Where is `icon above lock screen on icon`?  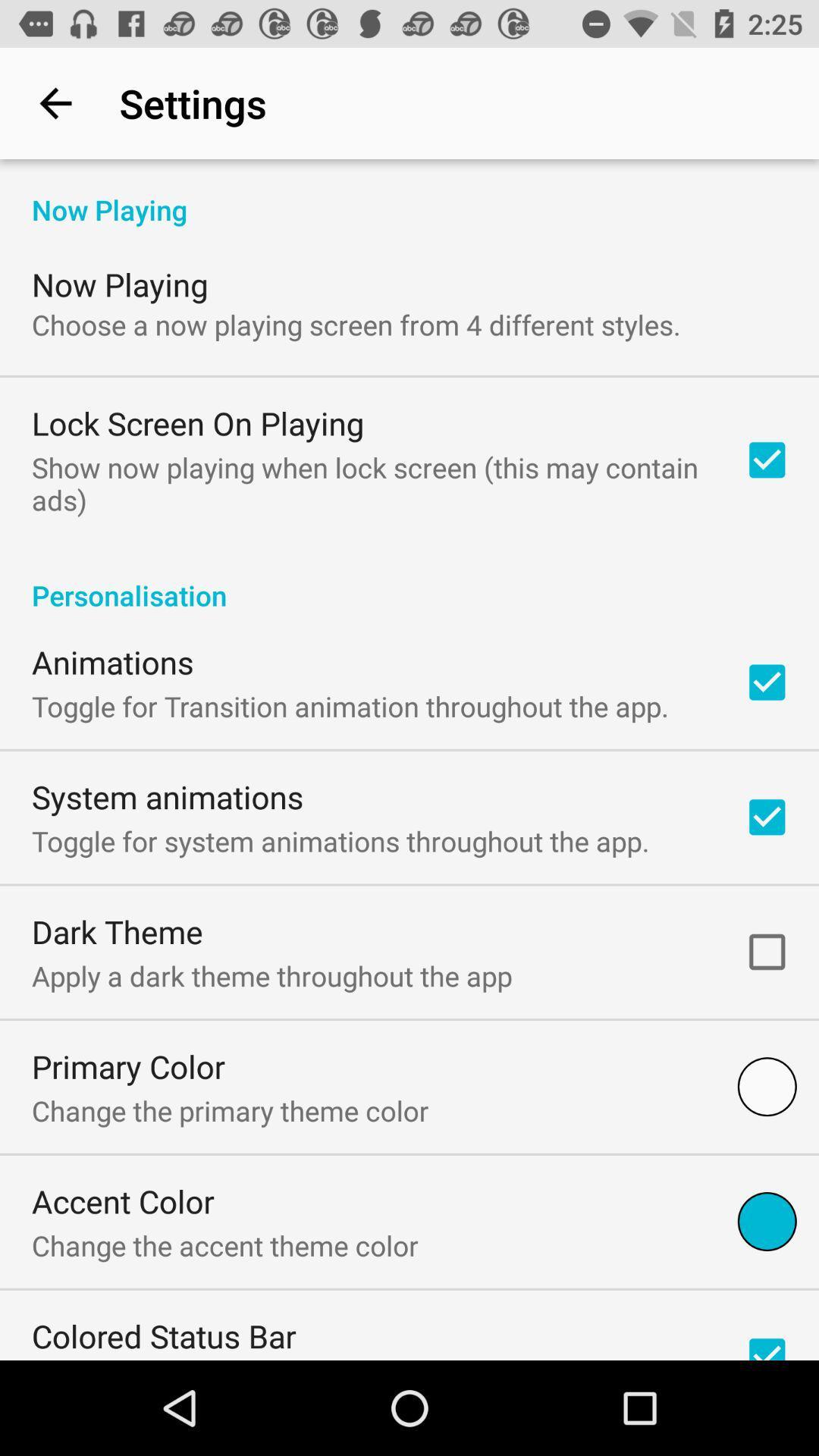
icon above lock screen on icon is located at coordinates (356, 324).